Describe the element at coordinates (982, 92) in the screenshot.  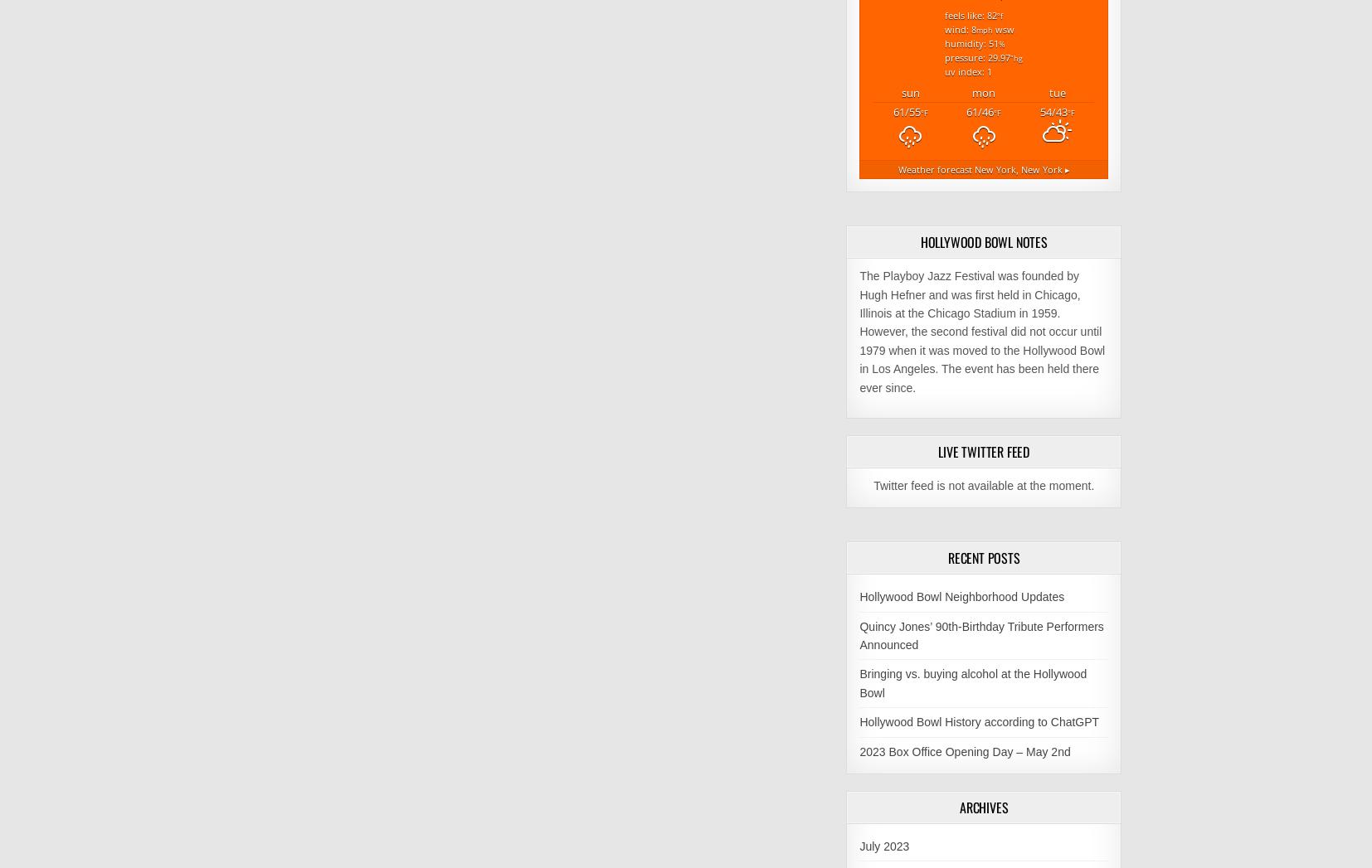
I see `'Mon'` at that location.